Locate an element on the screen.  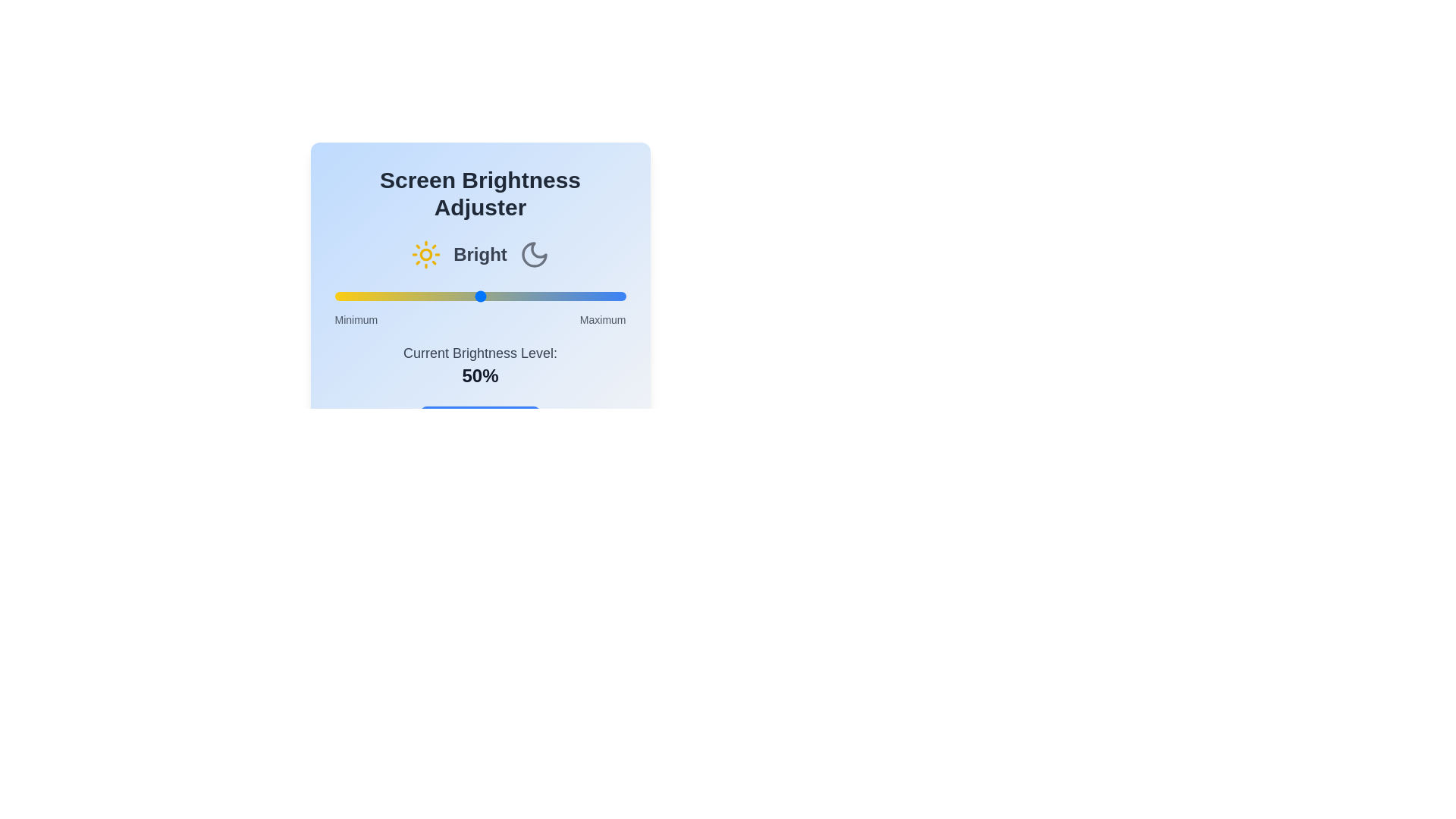
the Sun icon to interact with it is located at coordinates (425, 253).